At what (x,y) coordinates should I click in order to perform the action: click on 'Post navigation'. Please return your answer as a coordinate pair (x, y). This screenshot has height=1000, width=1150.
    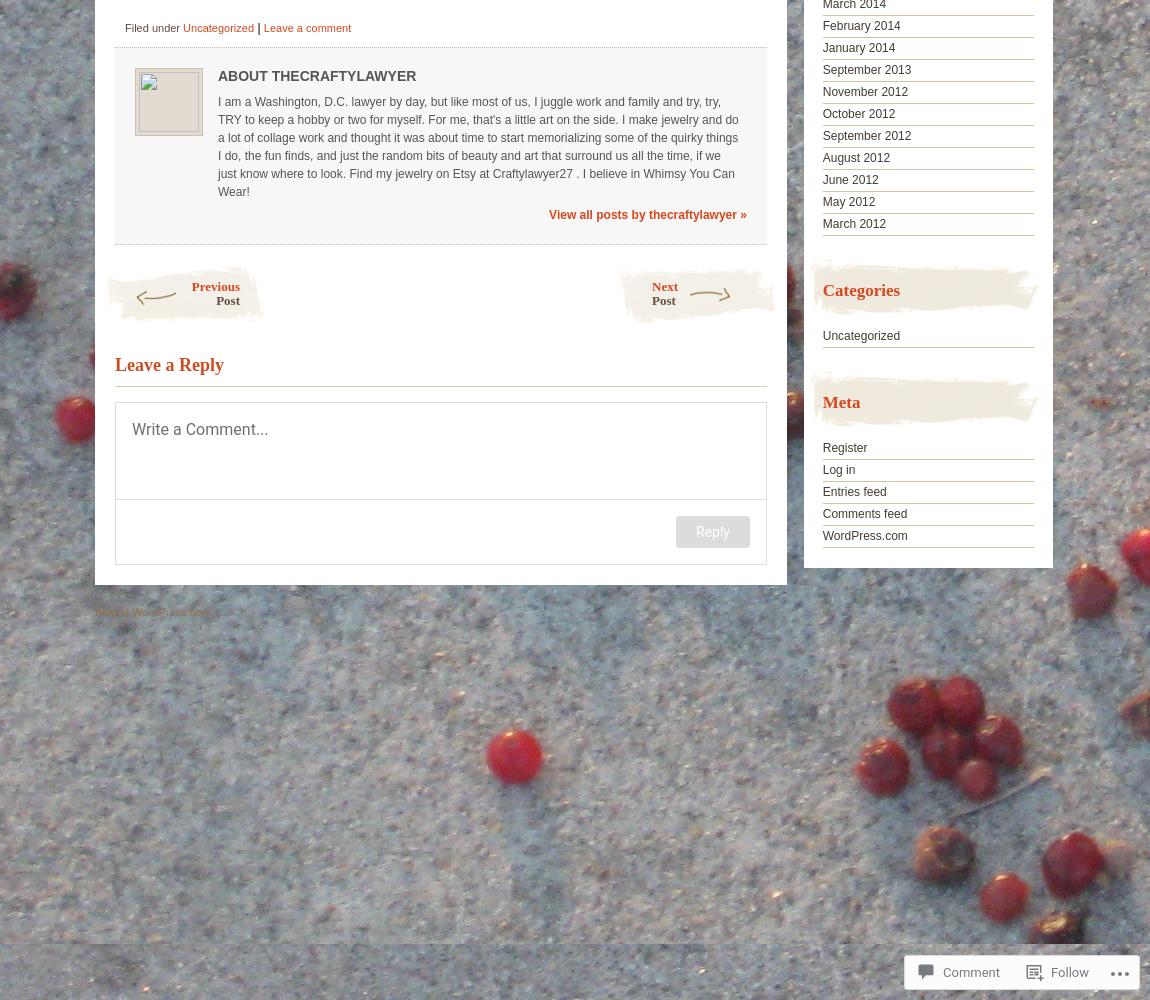
    Looking at the image, I should click on (151, 274).